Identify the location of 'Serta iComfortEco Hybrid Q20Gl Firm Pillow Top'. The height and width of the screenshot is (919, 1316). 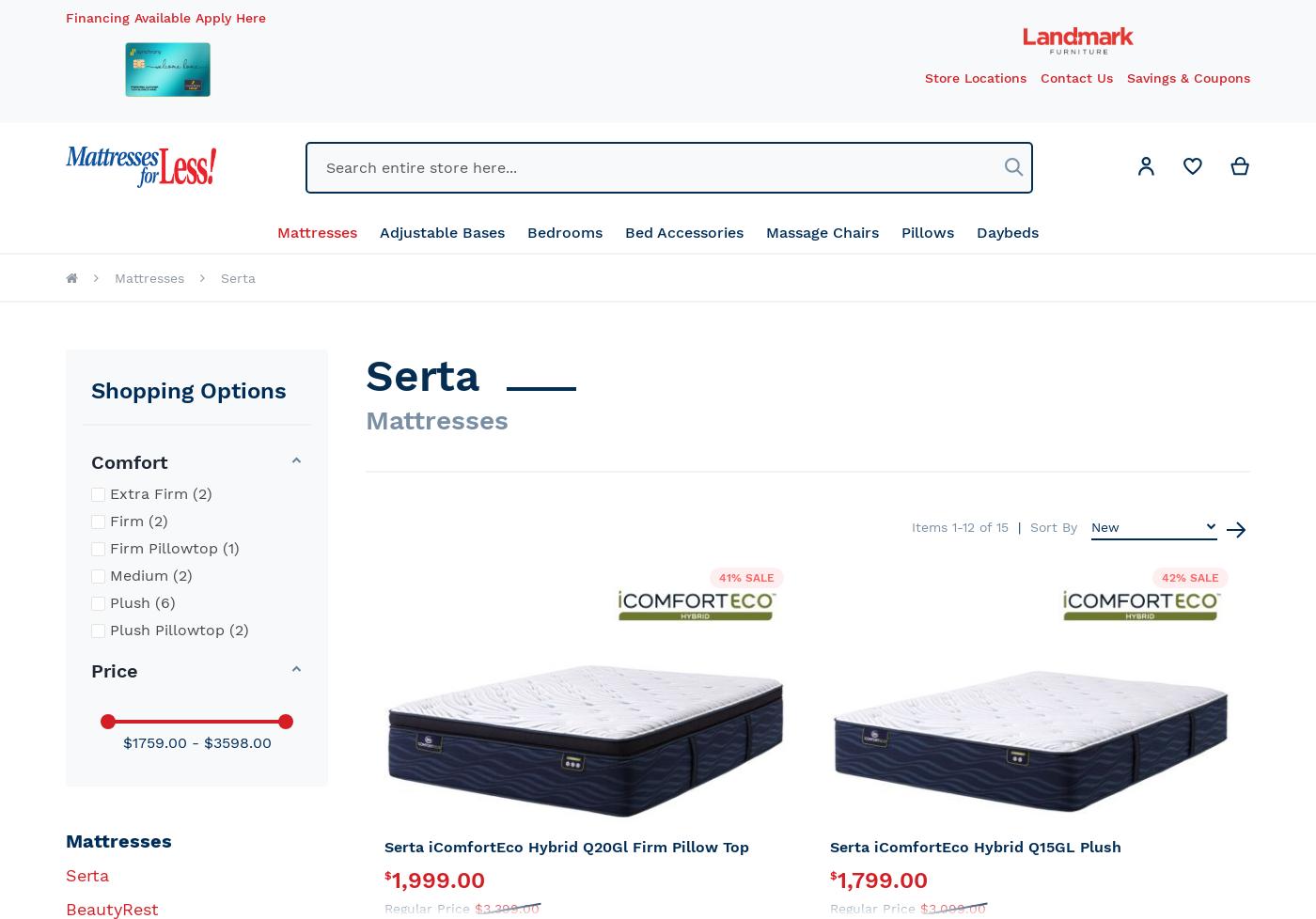
(566, 846).